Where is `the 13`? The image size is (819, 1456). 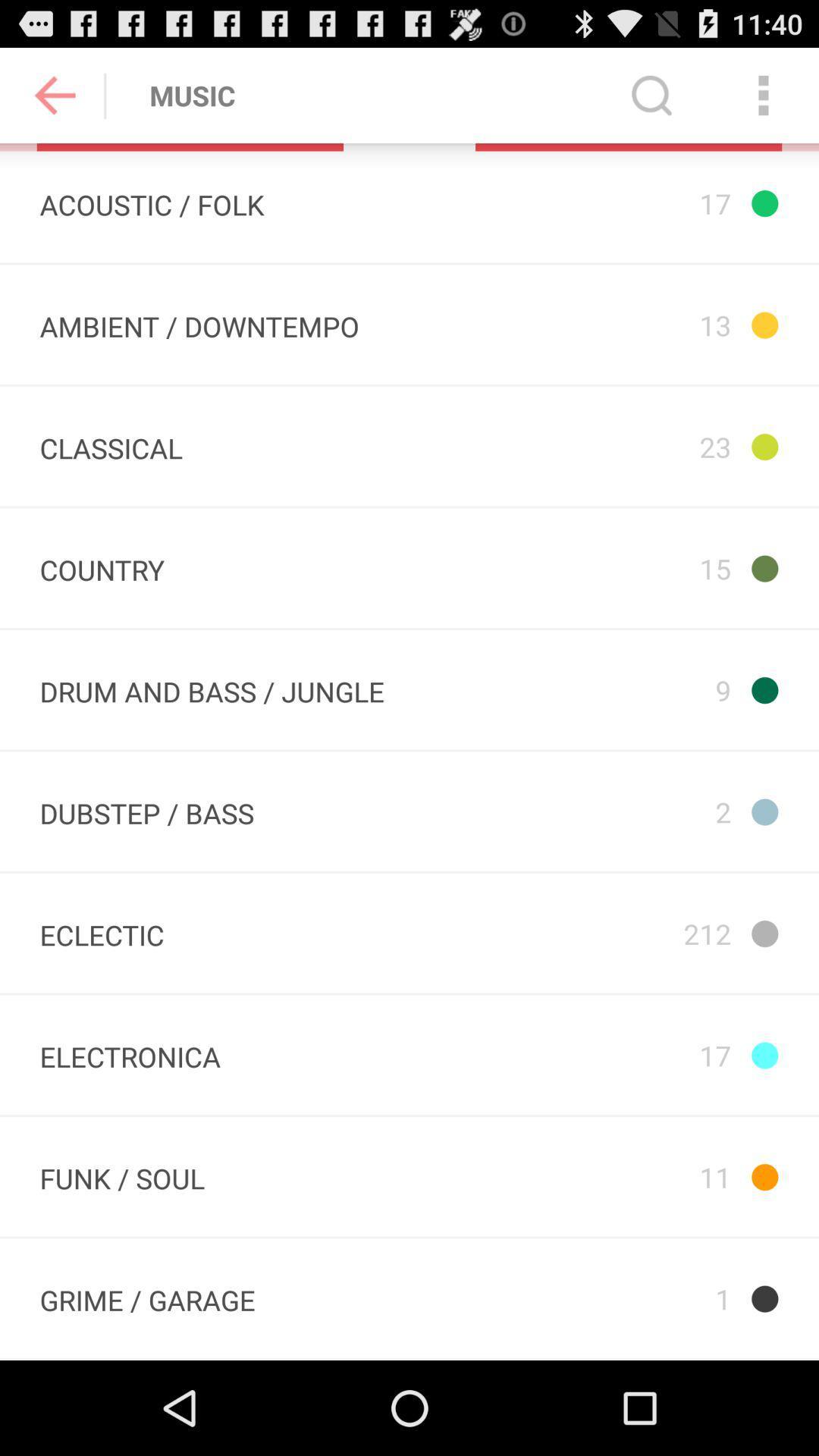
the 13 is located at coordinates (645, 324).